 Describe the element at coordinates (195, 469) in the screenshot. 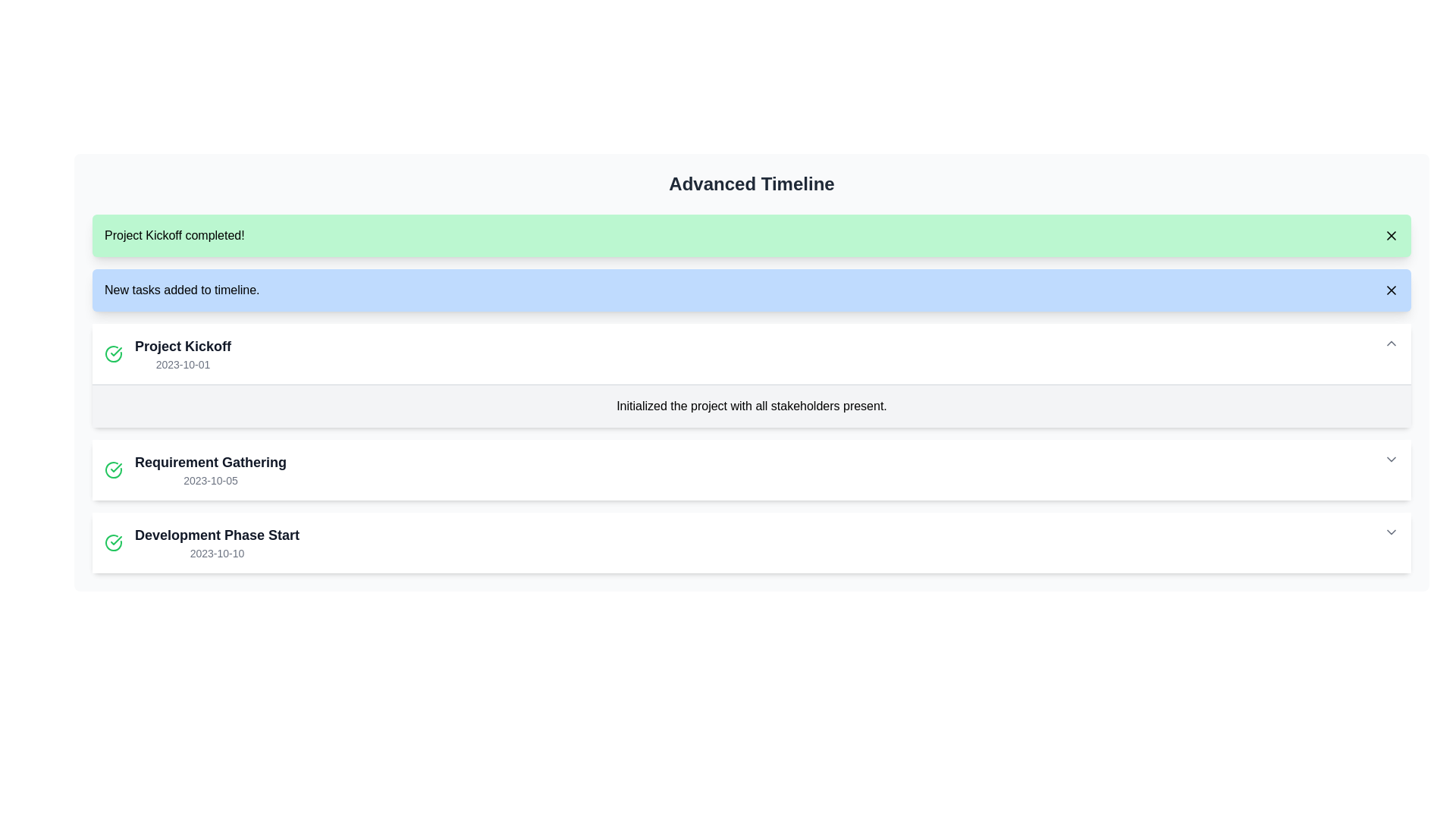

I see `the completed status indicator labeled 'Requirement Gathering'` at that location.